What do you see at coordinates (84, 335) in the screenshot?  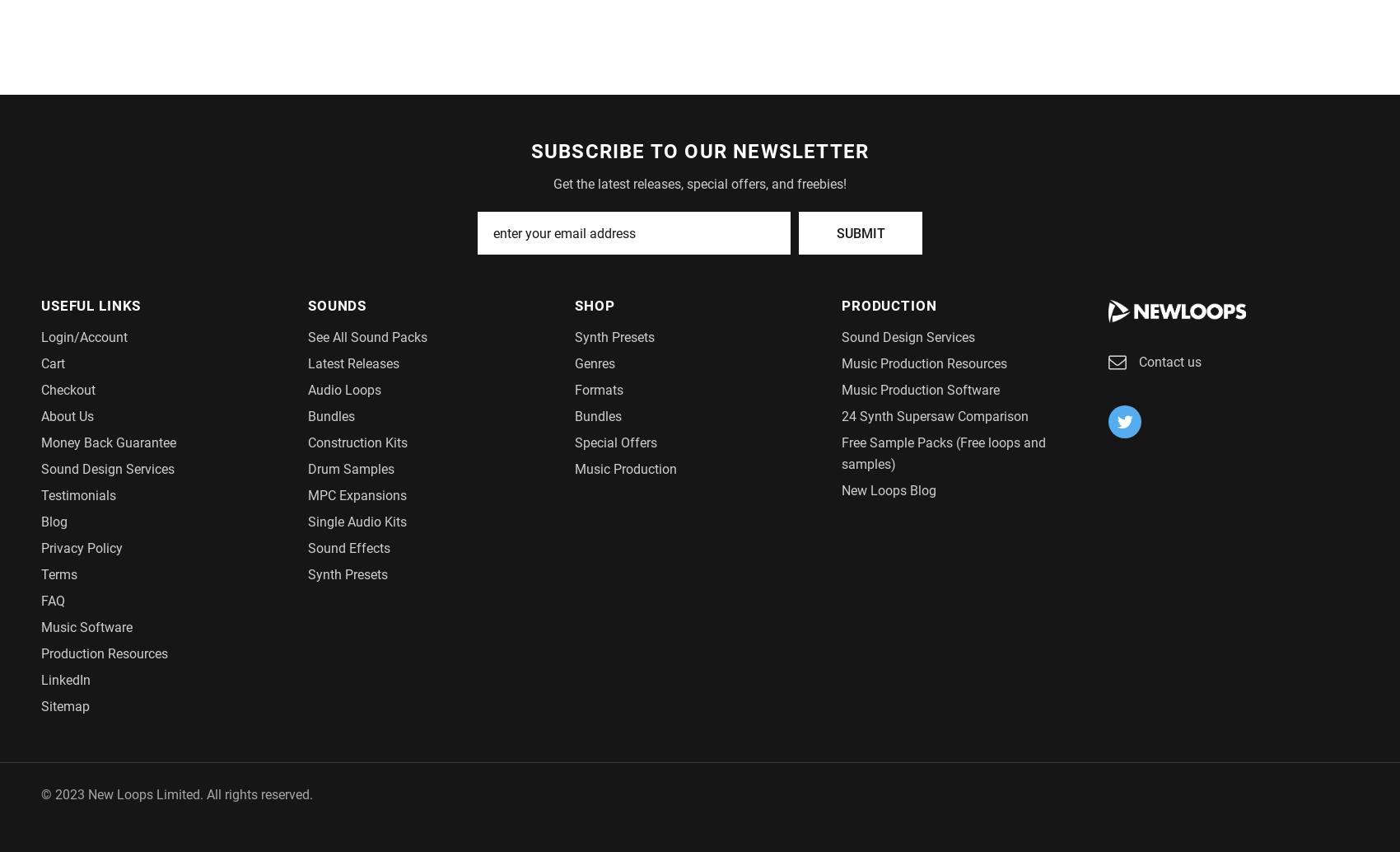 I see `'Login/Account'` at bounding box center [84, 335].